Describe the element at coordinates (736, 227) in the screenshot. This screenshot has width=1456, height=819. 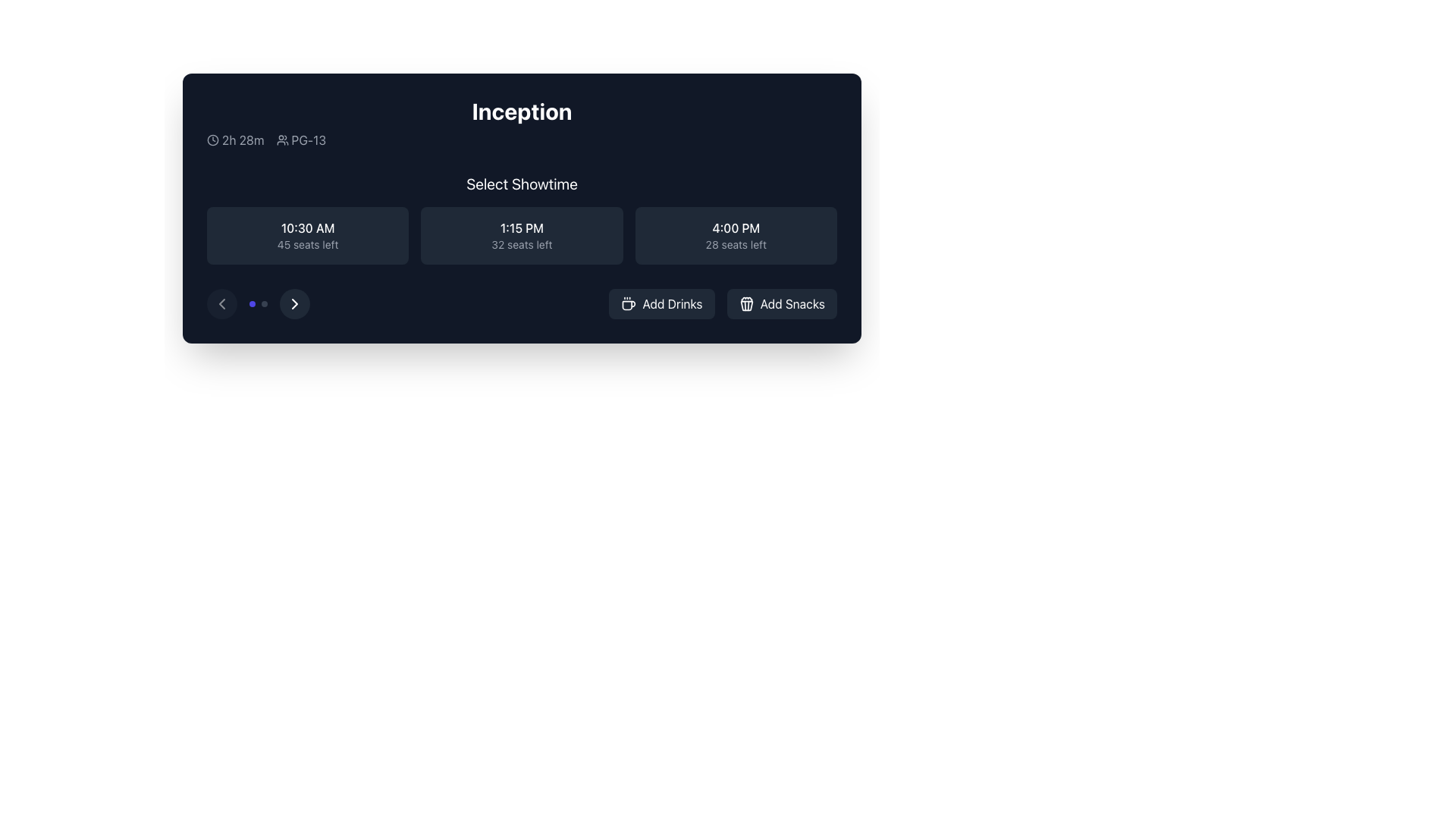
I see `text displayed in the text label showing '4:00 PM', which is styled in bold white font on a dark background, located in the third position among similar containers` at that location.